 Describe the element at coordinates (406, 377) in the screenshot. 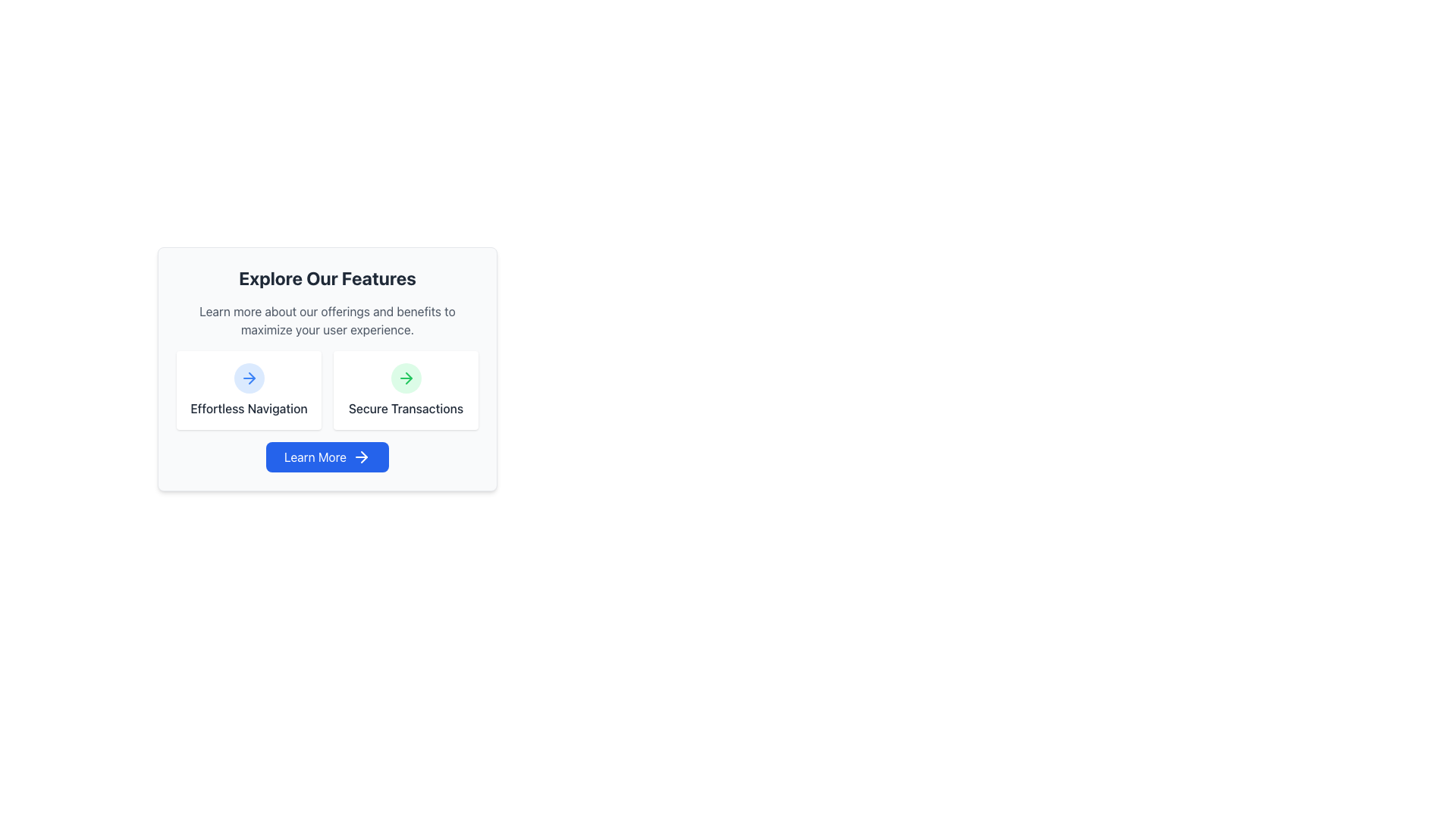

I see `the rightward arrow icon with a green outline and white interior located in the second row under the 'Secure Transactions' section` at that location.